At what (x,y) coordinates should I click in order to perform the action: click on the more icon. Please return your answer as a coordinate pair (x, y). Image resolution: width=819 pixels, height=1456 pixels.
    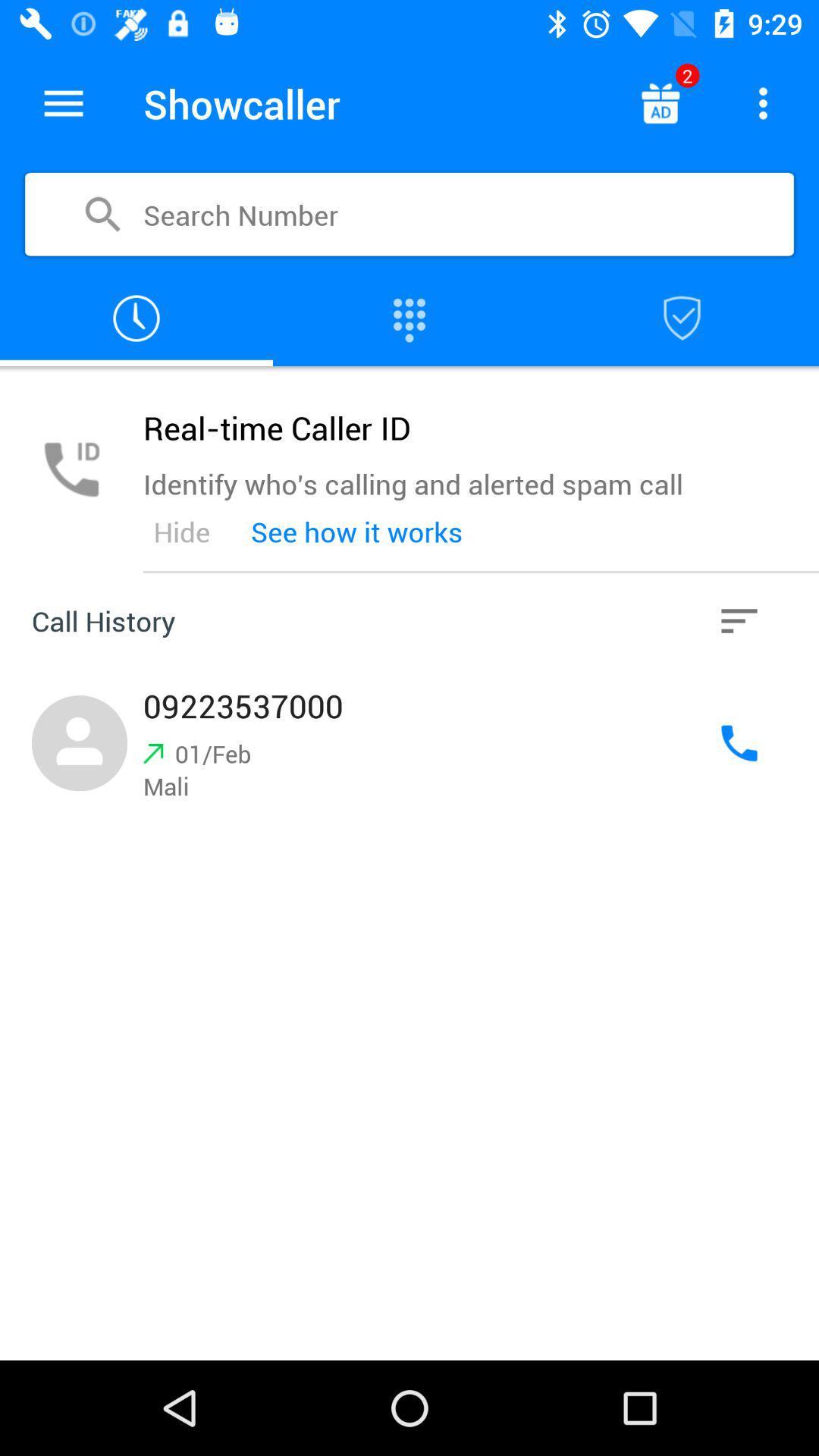
    Looking at the image, I should click on (763, 102).